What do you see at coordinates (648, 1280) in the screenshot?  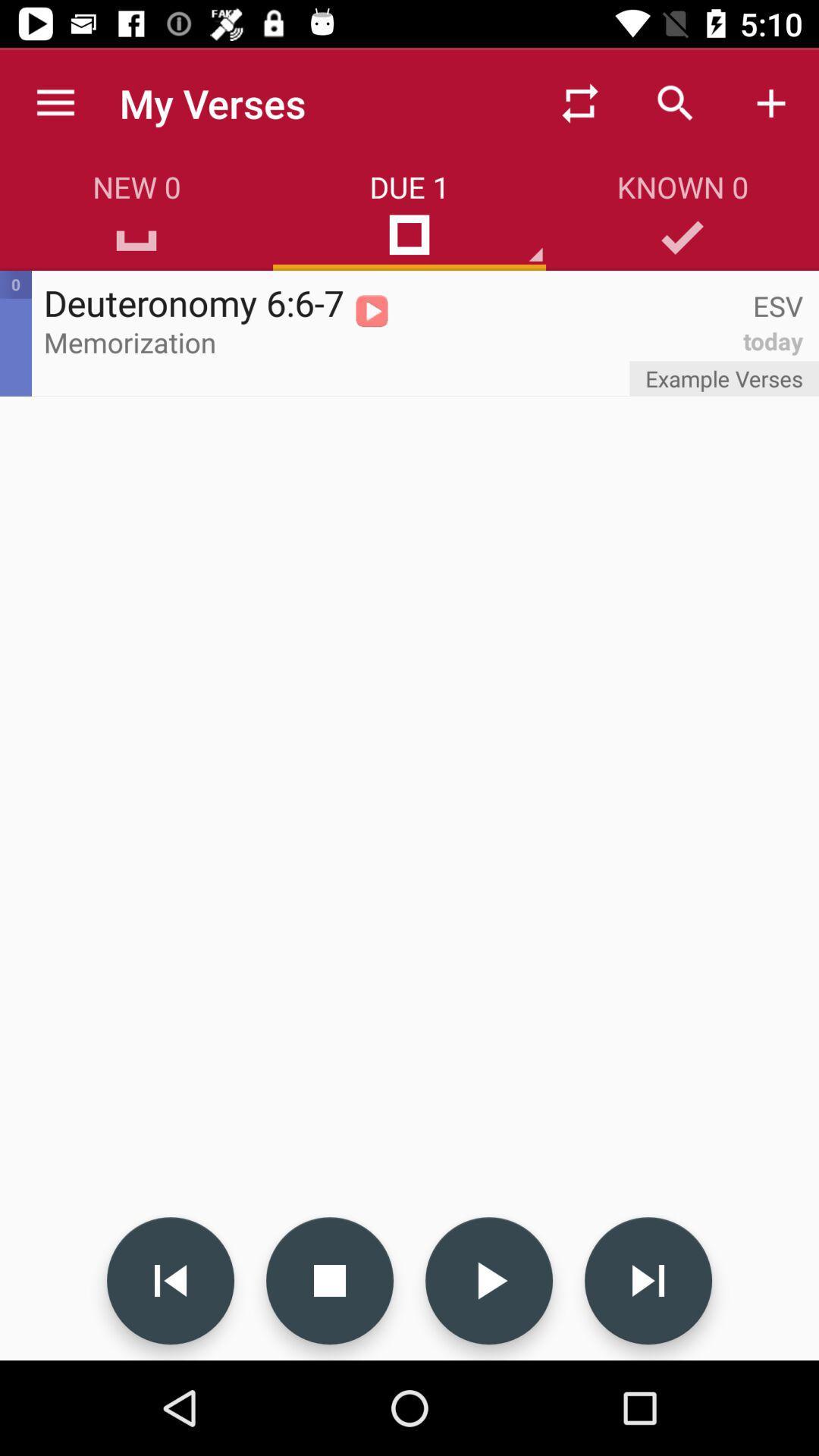 I see `skips to the next track` at bounding box center [648, 1280].